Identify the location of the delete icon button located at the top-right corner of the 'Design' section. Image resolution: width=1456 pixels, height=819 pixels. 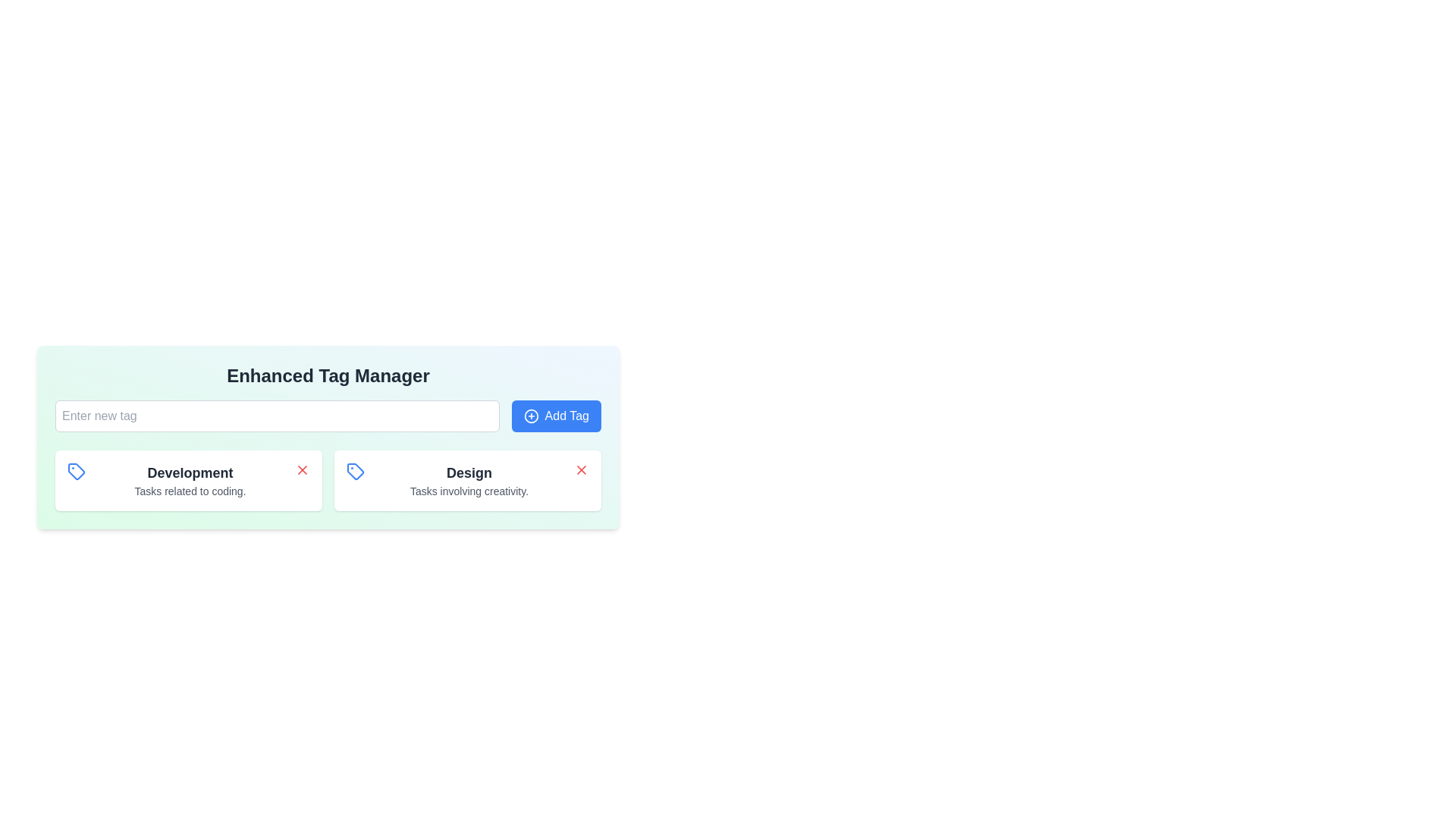
(581, 469).